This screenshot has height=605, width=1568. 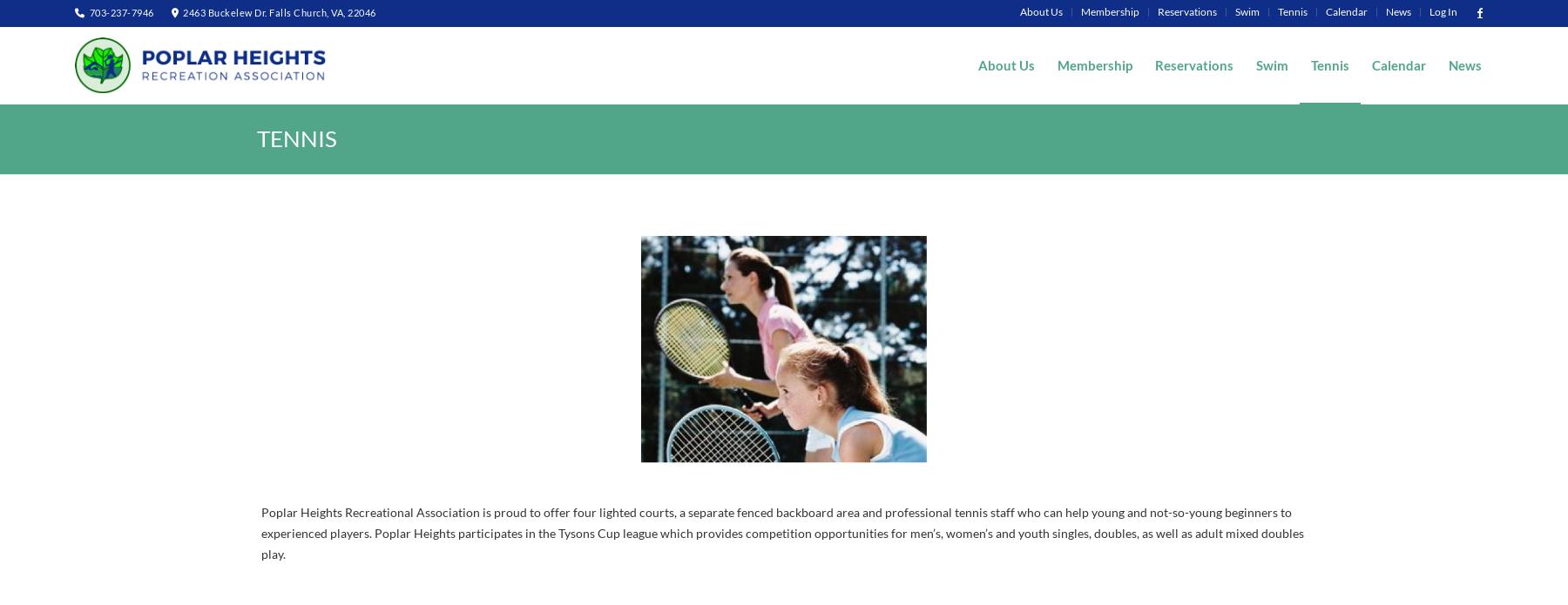 I want to click on 'Reservations', so click(x=1186, y=11).